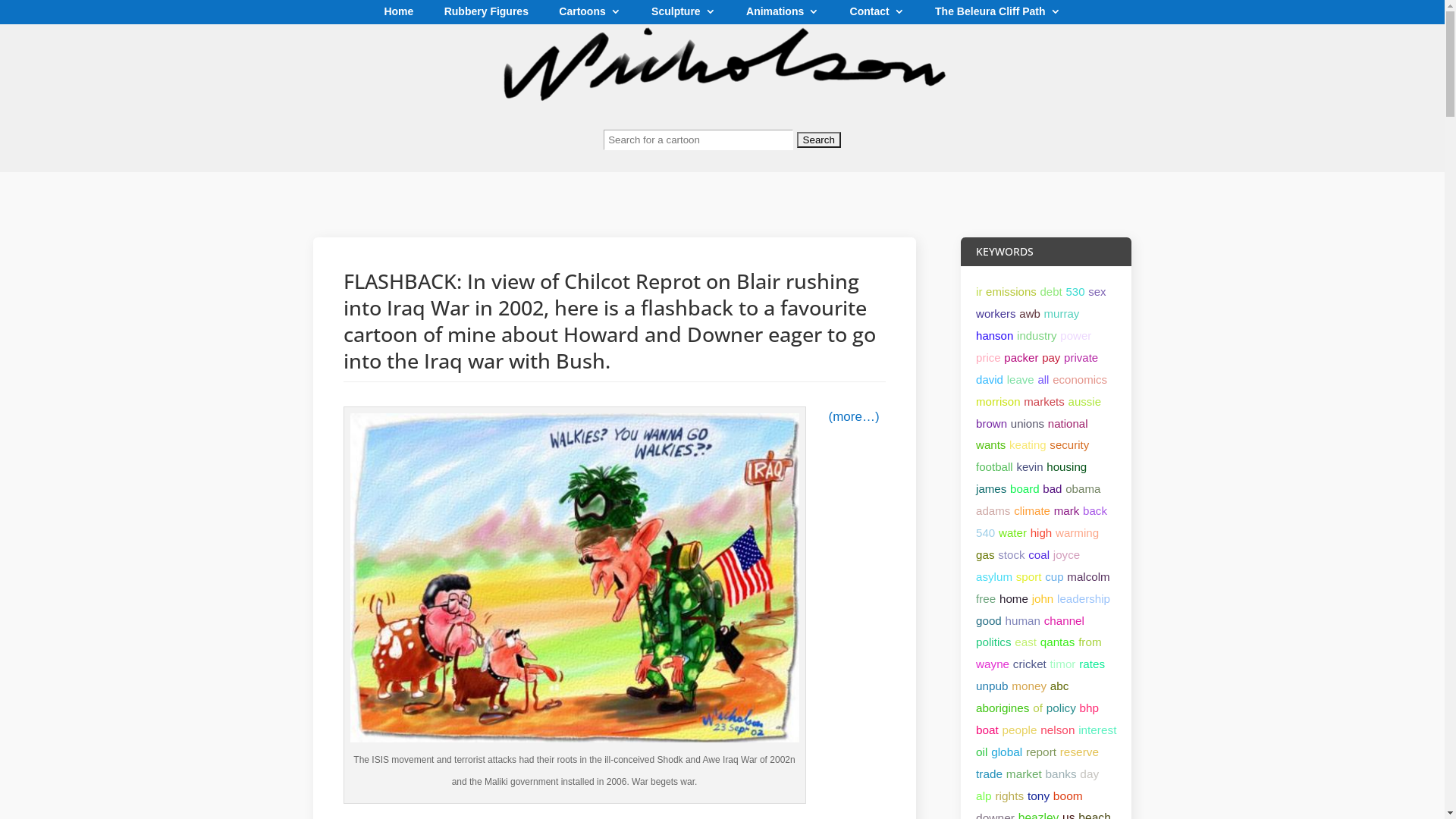  What do you see at coordinates (1079, 378) in the screenshot?
I see `'economics'` at bounding box center [1079, 378].